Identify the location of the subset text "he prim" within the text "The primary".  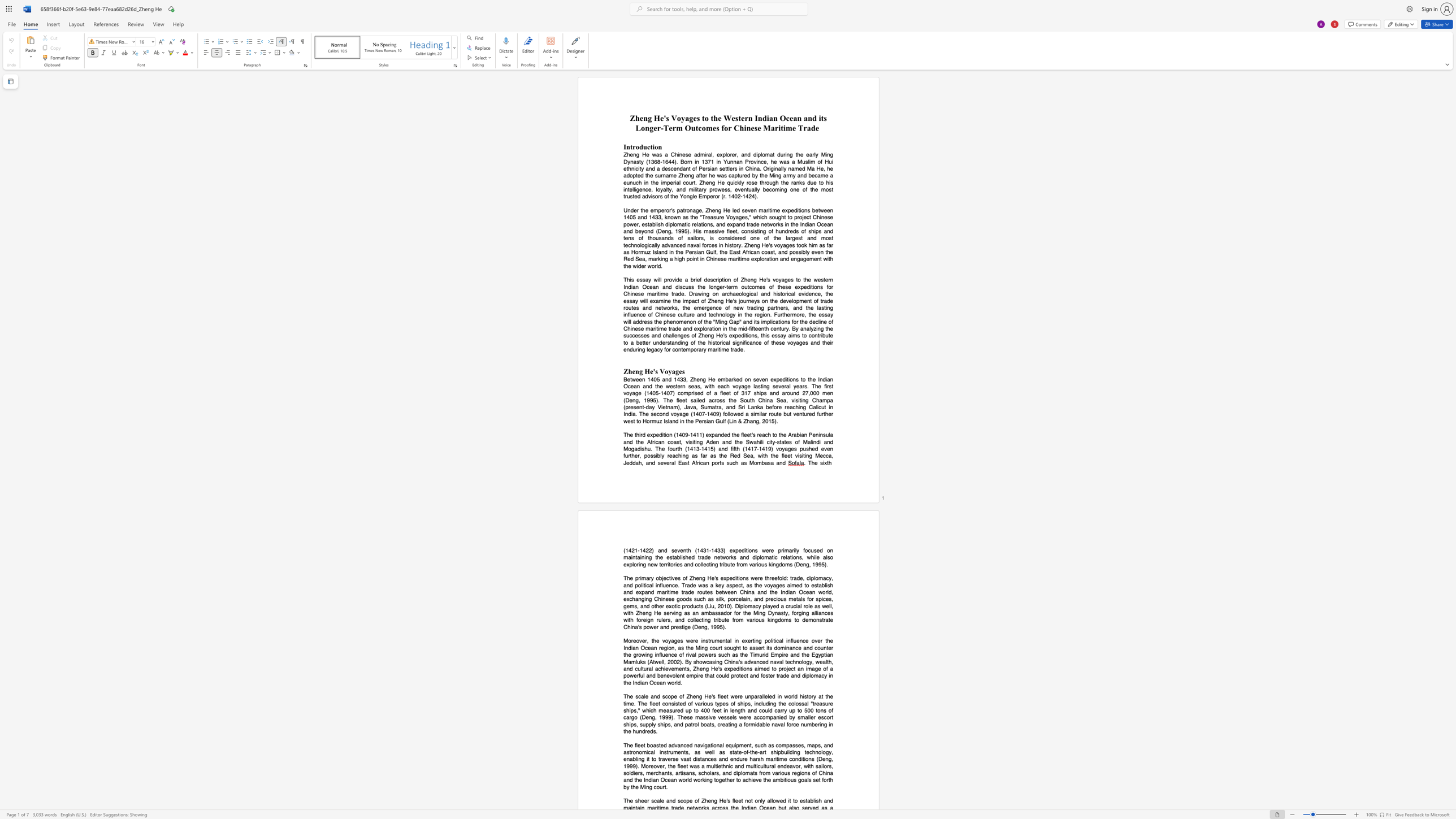
(626, 578).